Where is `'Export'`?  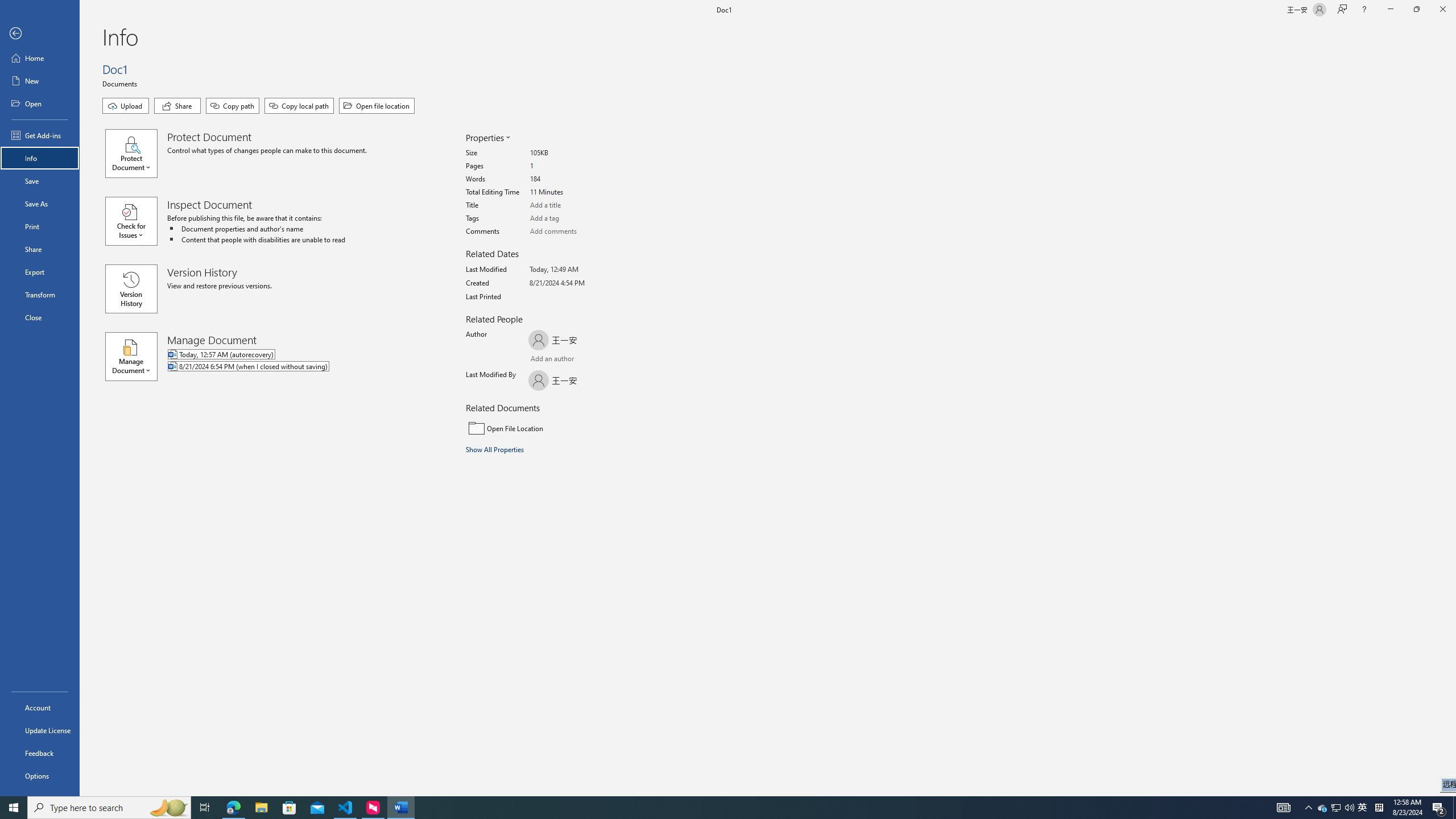 'Export' is located at coordinates (39, 272).